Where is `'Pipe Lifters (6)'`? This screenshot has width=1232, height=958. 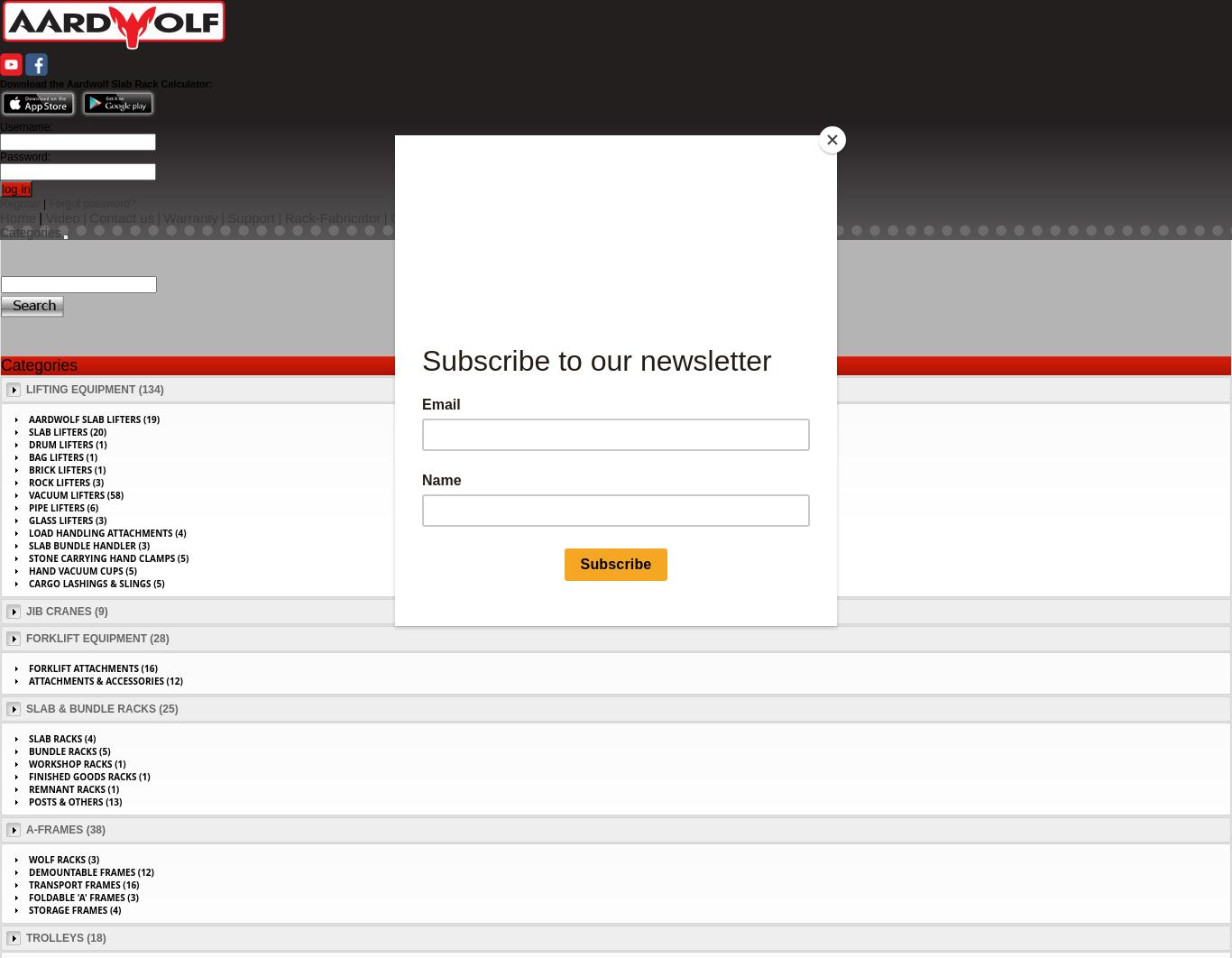
'Pipe Lifters (6)' is located at coordinates (28, 507).